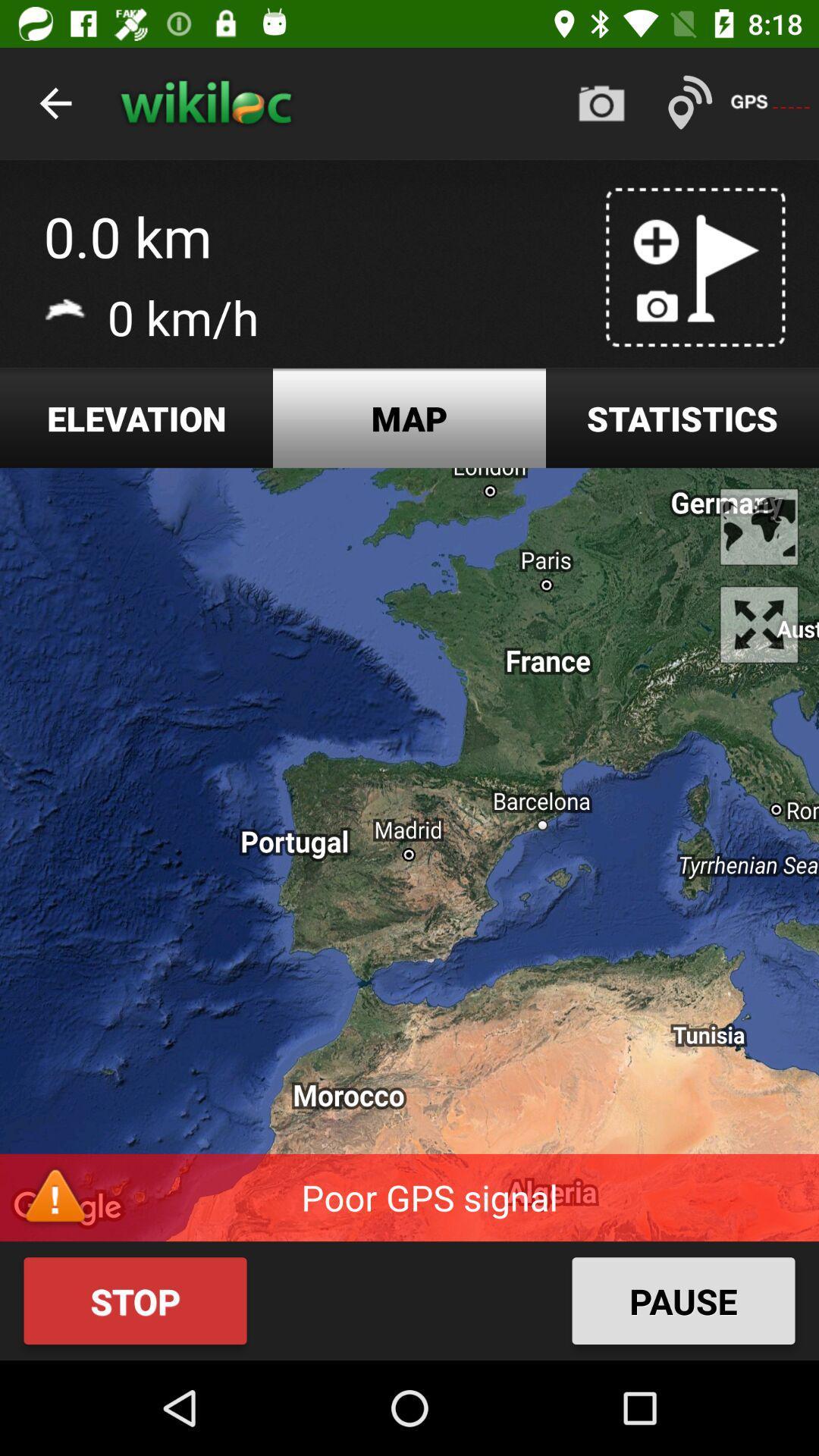 The height and width of the screenshot is (1456, 819). What do you see at coordinates (409, 855) in the screenshot?
I see `icon below elevation icon` at bounding box center [409, 855].